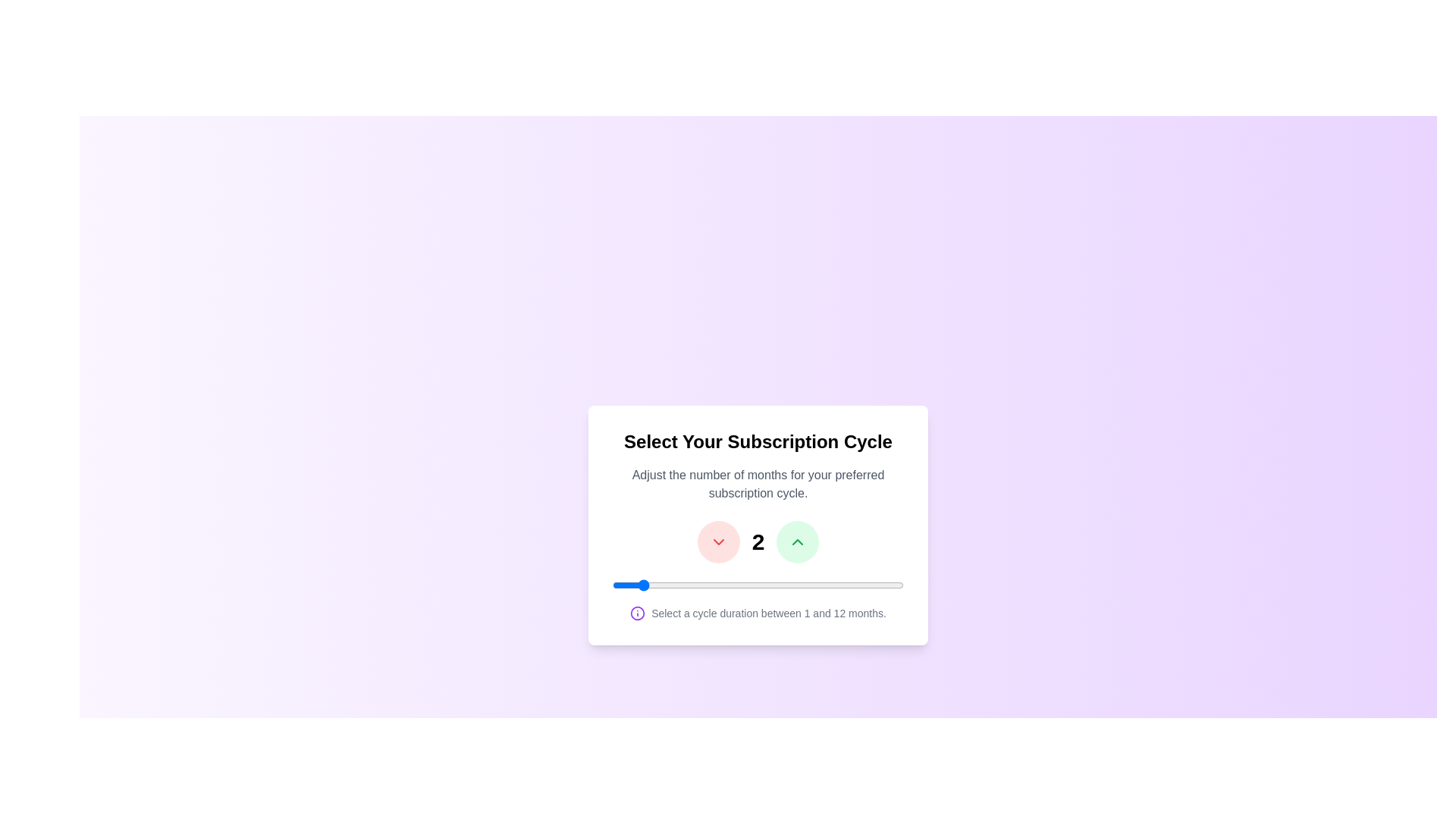 The image size is (1456, 819). I want to click on the downward-pointing chevron arrow icon inside the circular button with a red background, so click(717, 541).